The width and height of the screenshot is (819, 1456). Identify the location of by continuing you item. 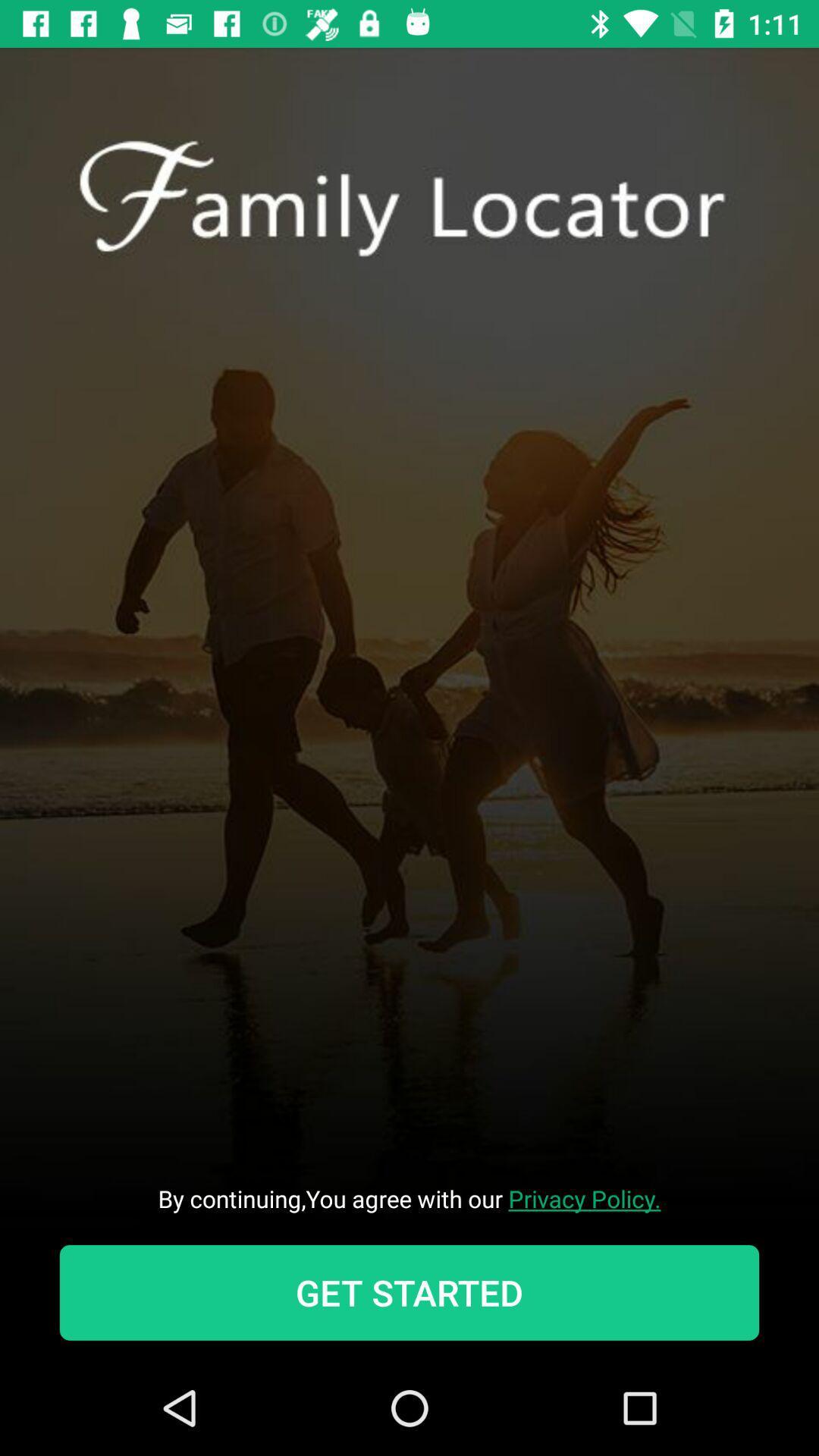
(409, 1197).